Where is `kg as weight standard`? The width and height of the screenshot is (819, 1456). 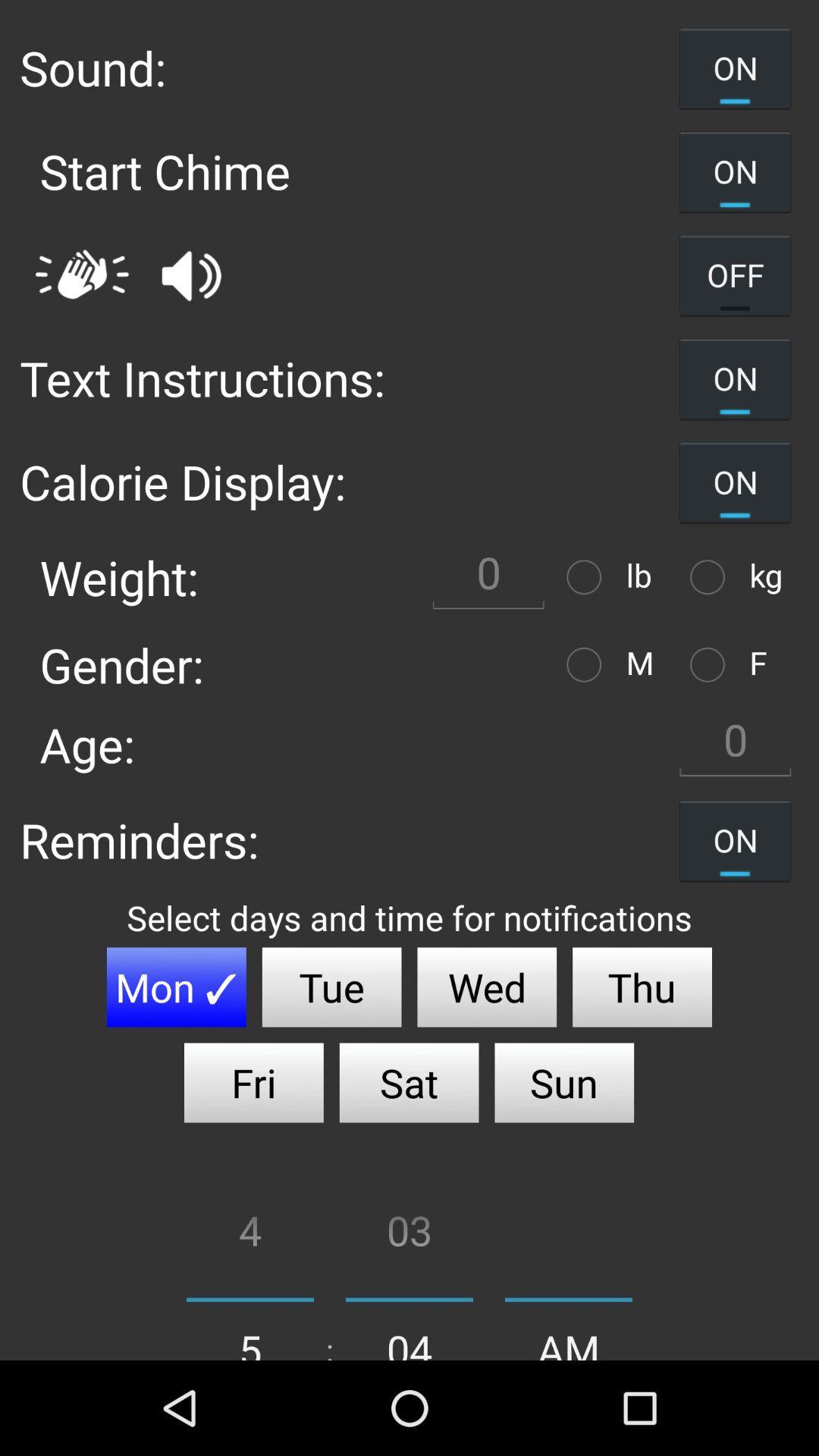
kg as weight standard is located at coordinates (711, 576).